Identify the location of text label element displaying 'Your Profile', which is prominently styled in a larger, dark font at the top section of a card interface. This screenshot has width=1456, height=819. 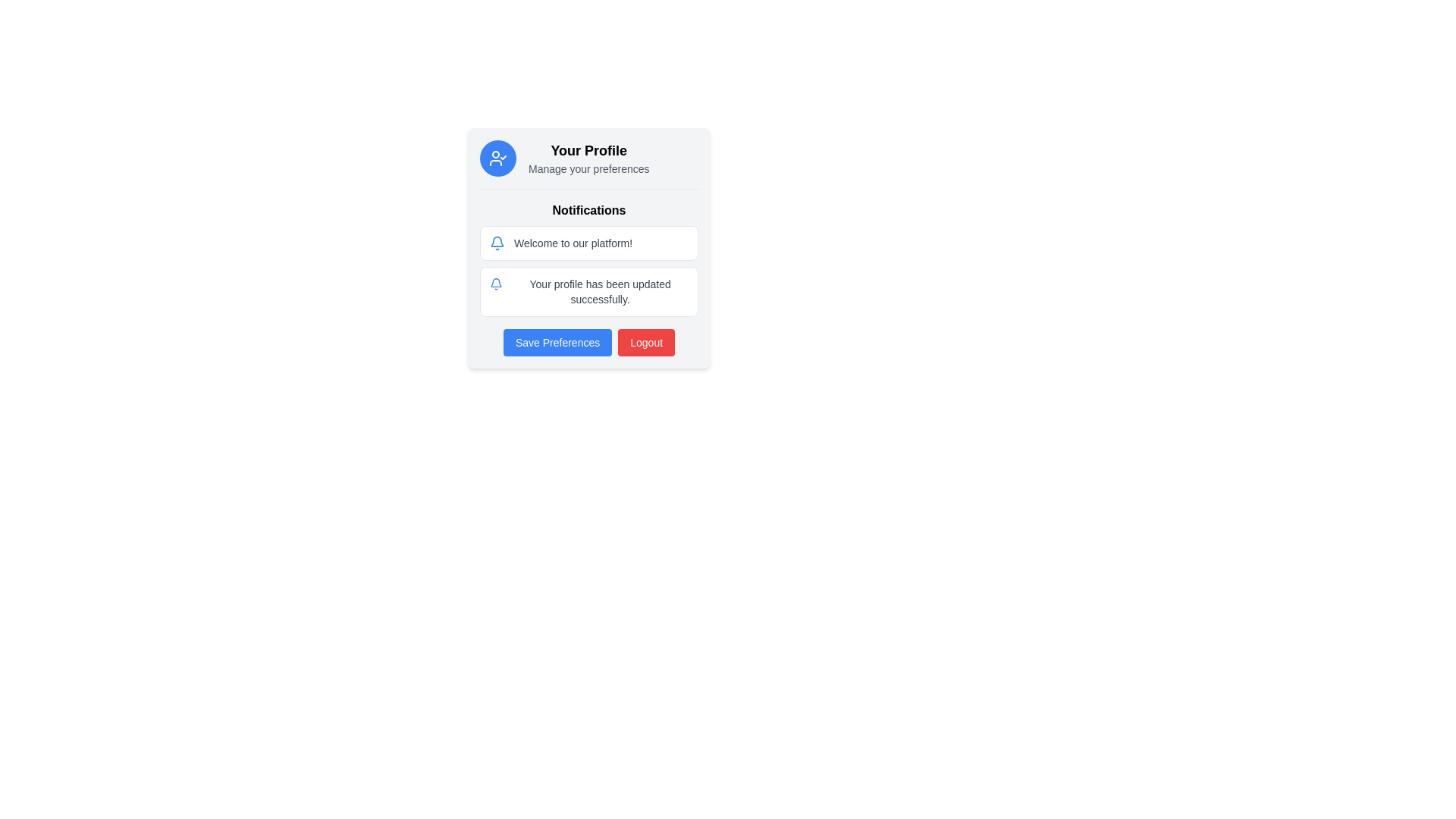
(588, 151).